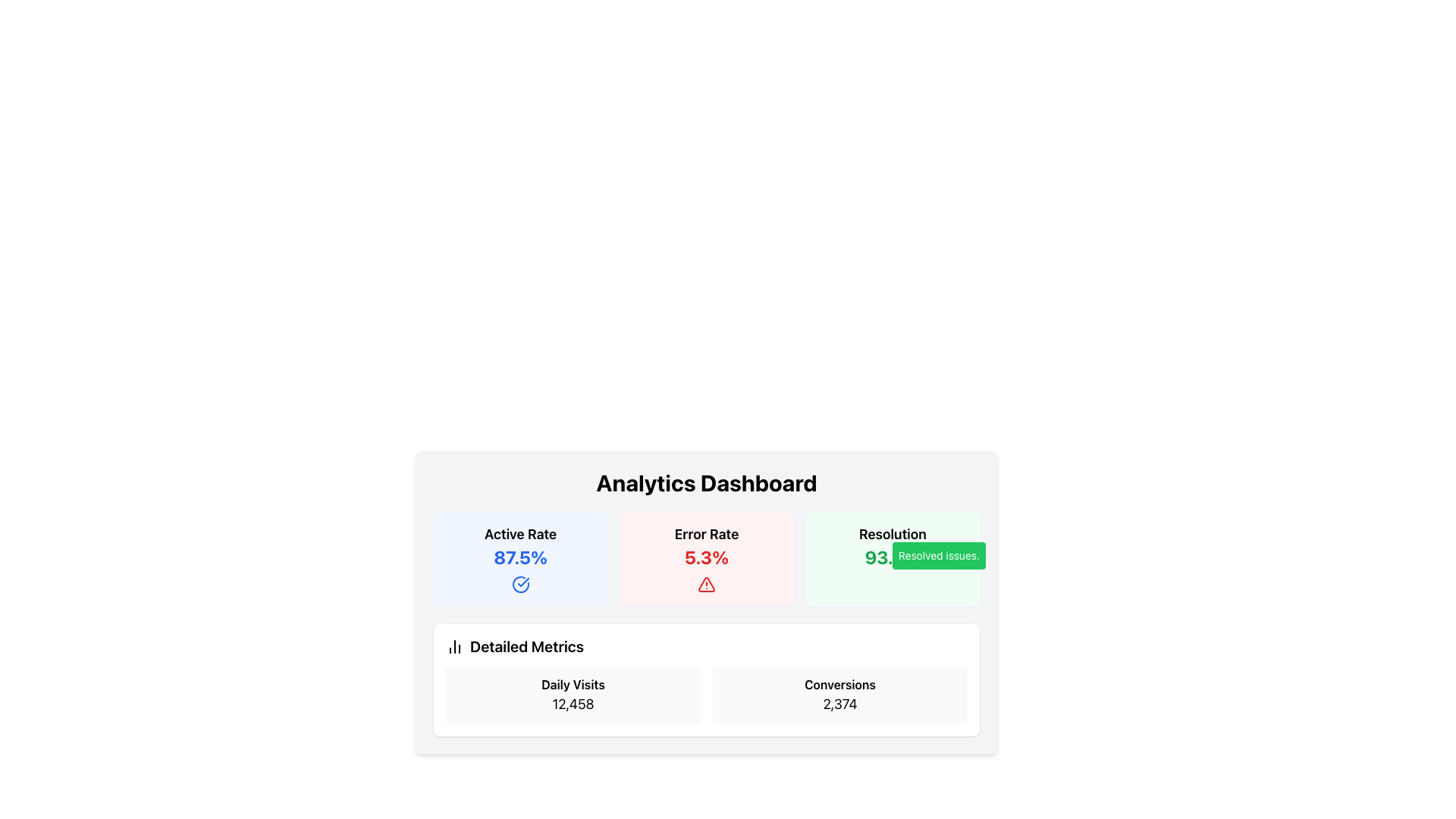  I want to click on text from the informational label with a green background that says 'Resolved issues.', so click(938, 555).